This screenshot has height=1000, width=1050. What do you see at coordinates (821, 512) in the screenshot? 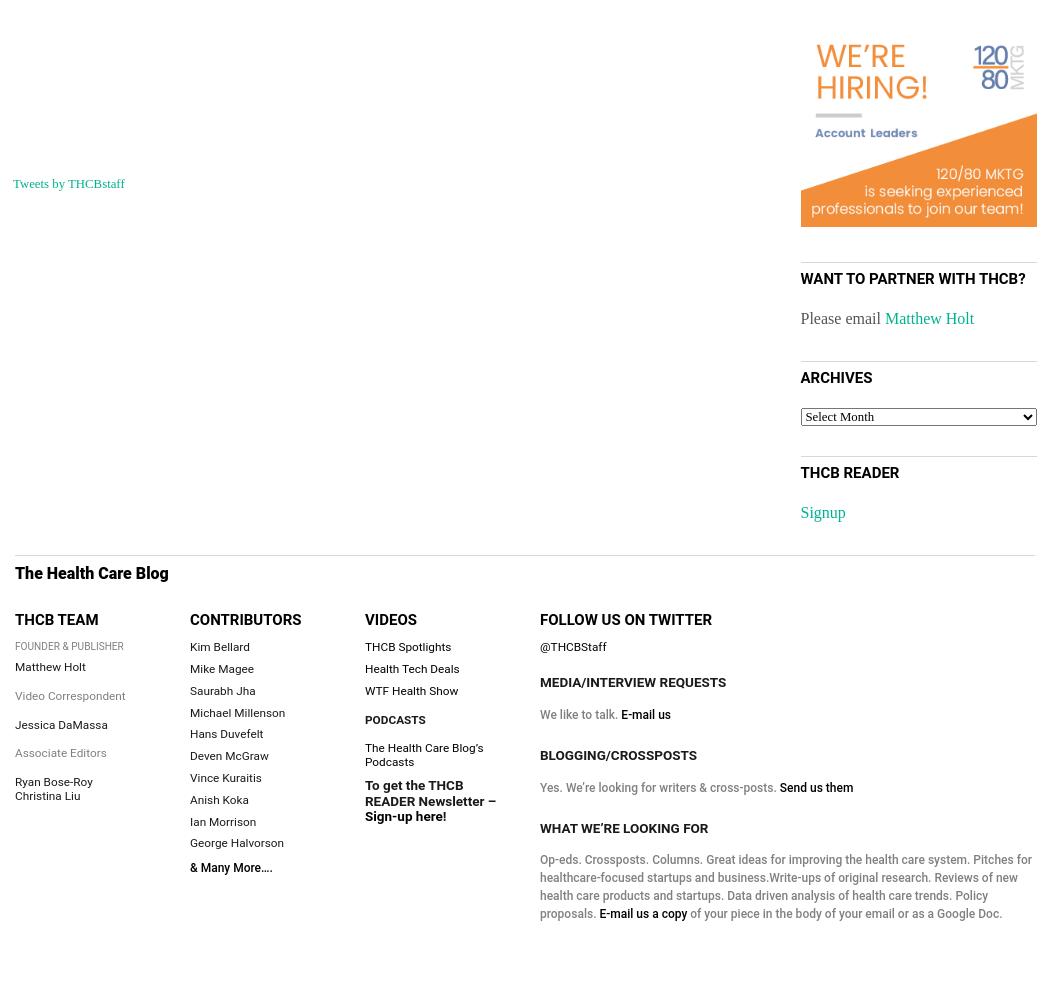
I see `'Signup'` at bounding box center [821, 512].